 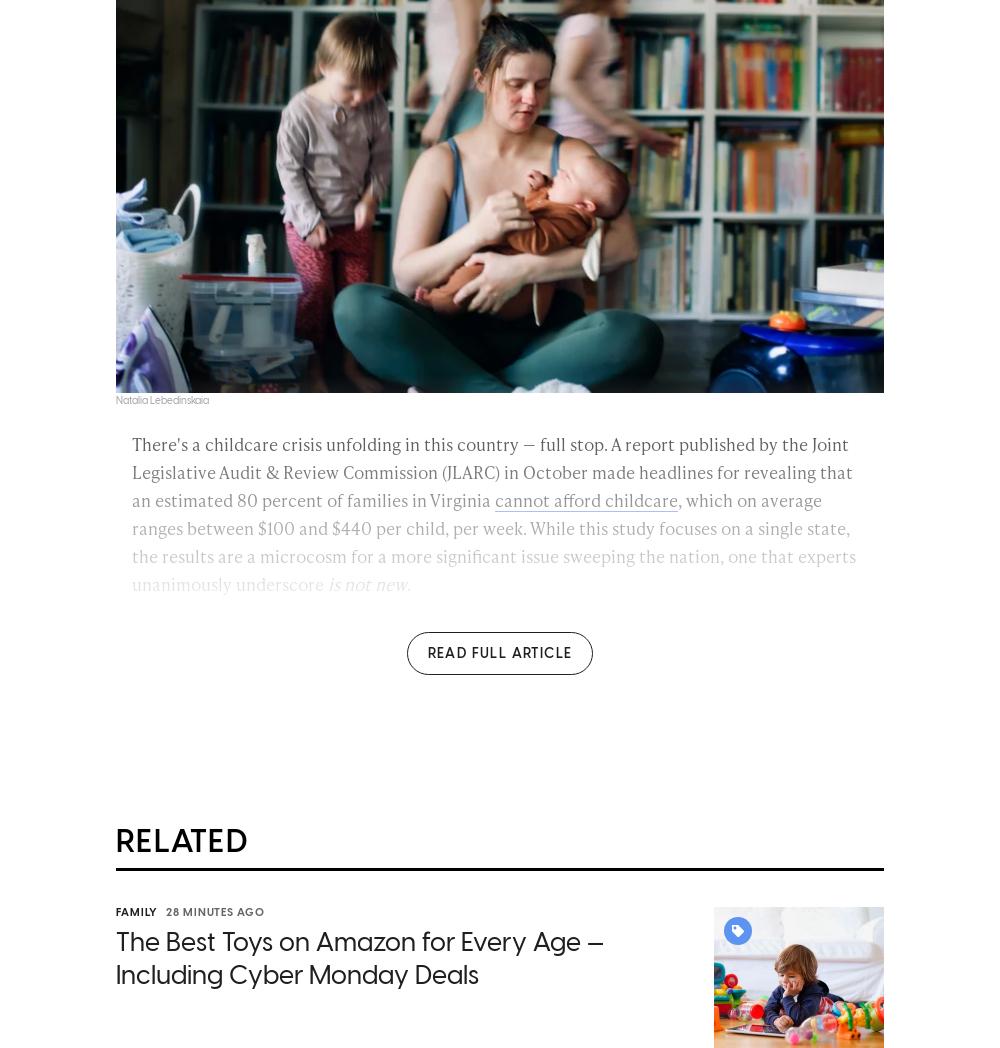 I want to click on 'Joe Biden Wants to Make Child Care More Affordable For American Families — Here's His Plan', so click(x=503, y=942).